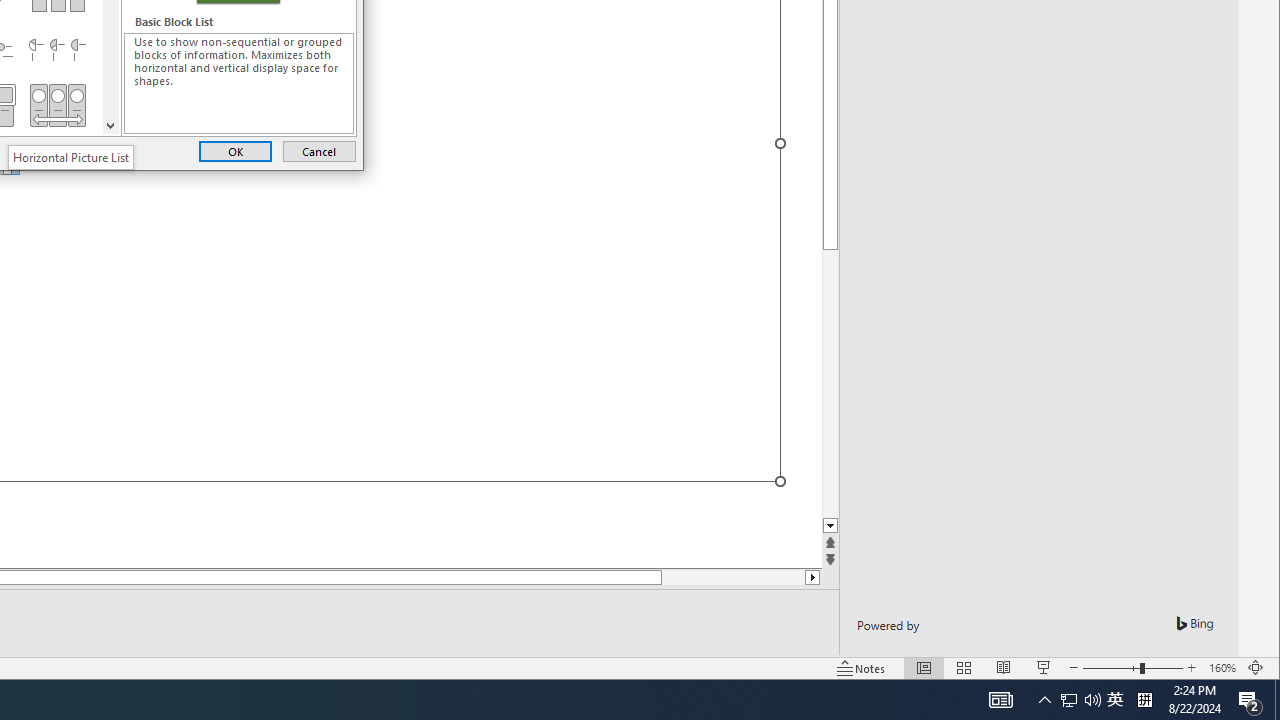 The image size is (1280, 720). Describe the element at coordinates (71, 156) in the screenshot. I see `'Horizontal Picture List'` at that location.